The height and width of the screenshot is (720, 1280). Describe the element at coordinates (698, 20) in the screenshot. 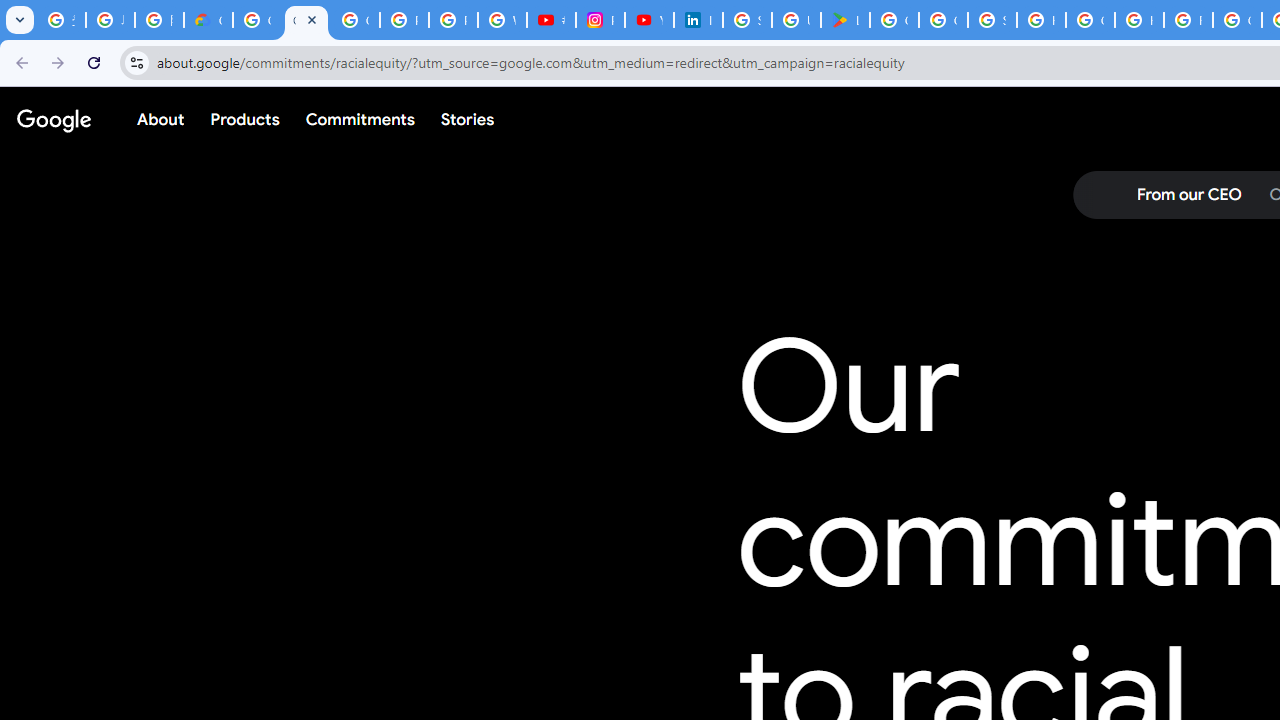

I see `'Identity verification via Persona | LinkedIn Help'` at that location.